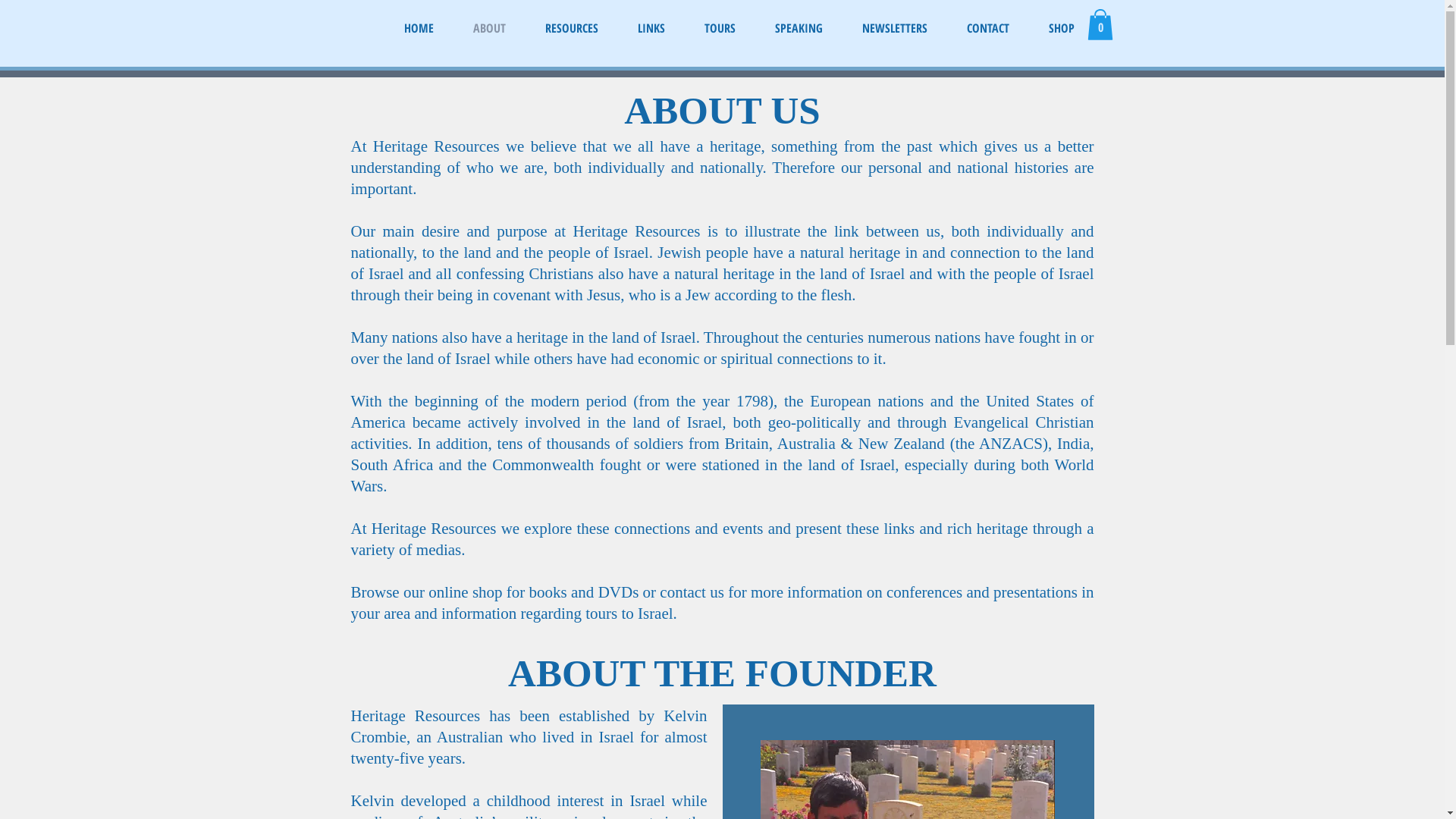  What do you see at coordinates (1100, 24) in the screenshot?
I see `'0'` at bounding box center [1100, 24].